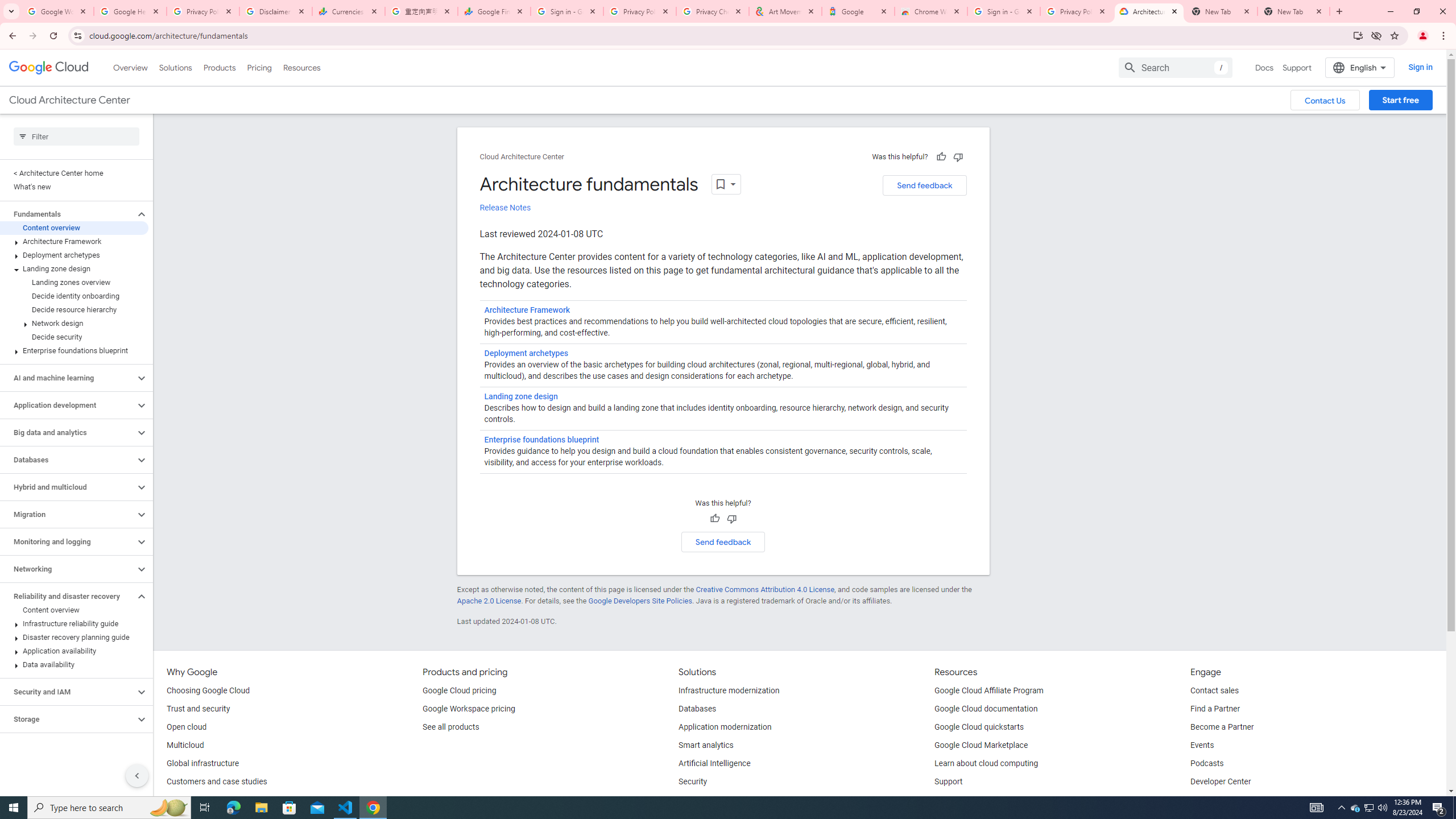 The width and height of the screenshot is (1456, 819). I want to click on 'Global infrastructure', so click(201, 764).